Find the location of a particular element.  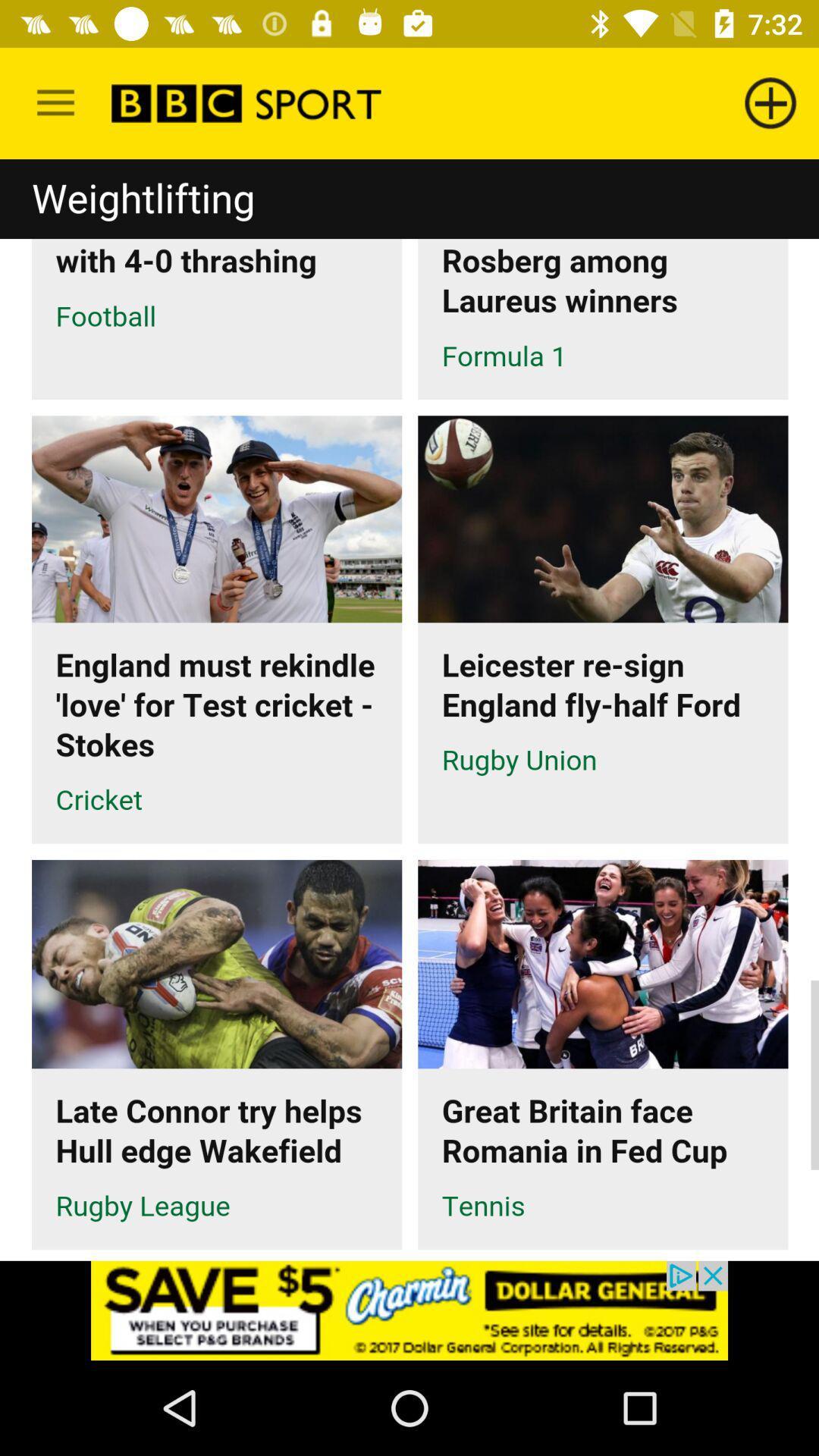

advertisement is located at coordinates (409, 1310).